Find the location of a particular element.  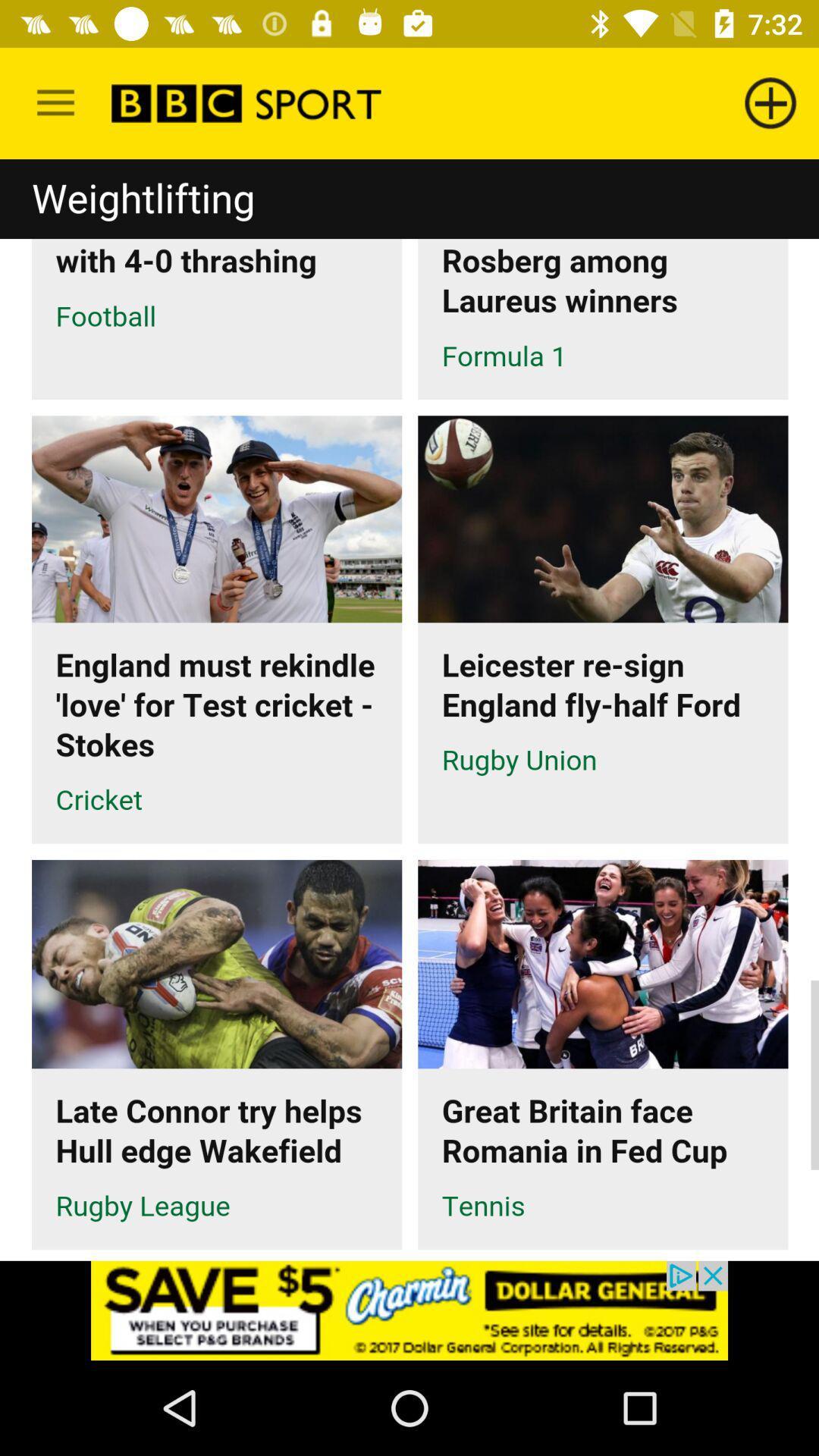

advertisement is located at coordinates (409, 1310).